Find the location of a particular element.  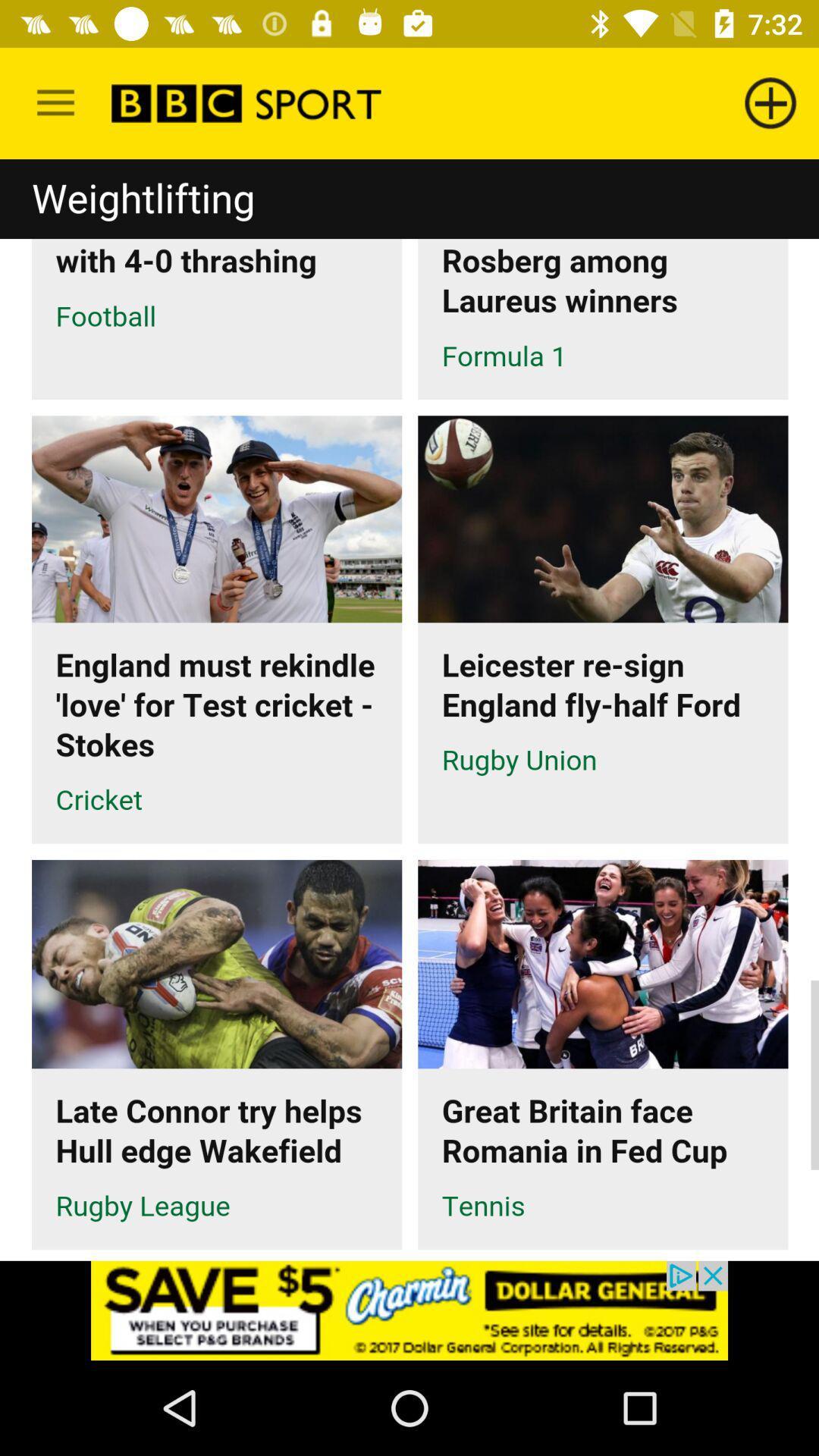

advertisement is located at coordinates (409, 1310).